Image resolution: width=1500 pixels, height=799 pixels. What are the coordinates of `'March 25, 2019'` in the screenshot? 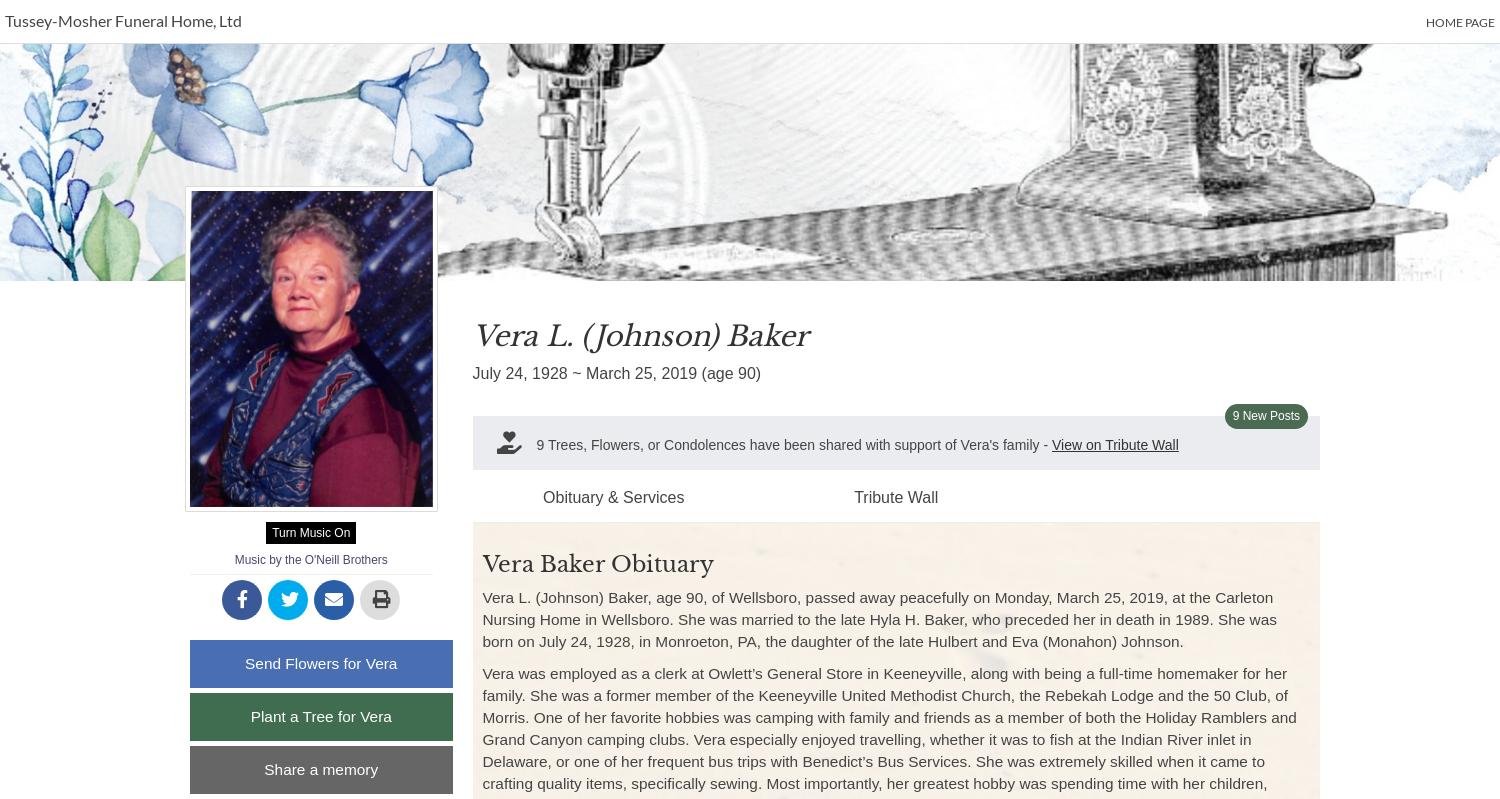 It's located at (640, 373).